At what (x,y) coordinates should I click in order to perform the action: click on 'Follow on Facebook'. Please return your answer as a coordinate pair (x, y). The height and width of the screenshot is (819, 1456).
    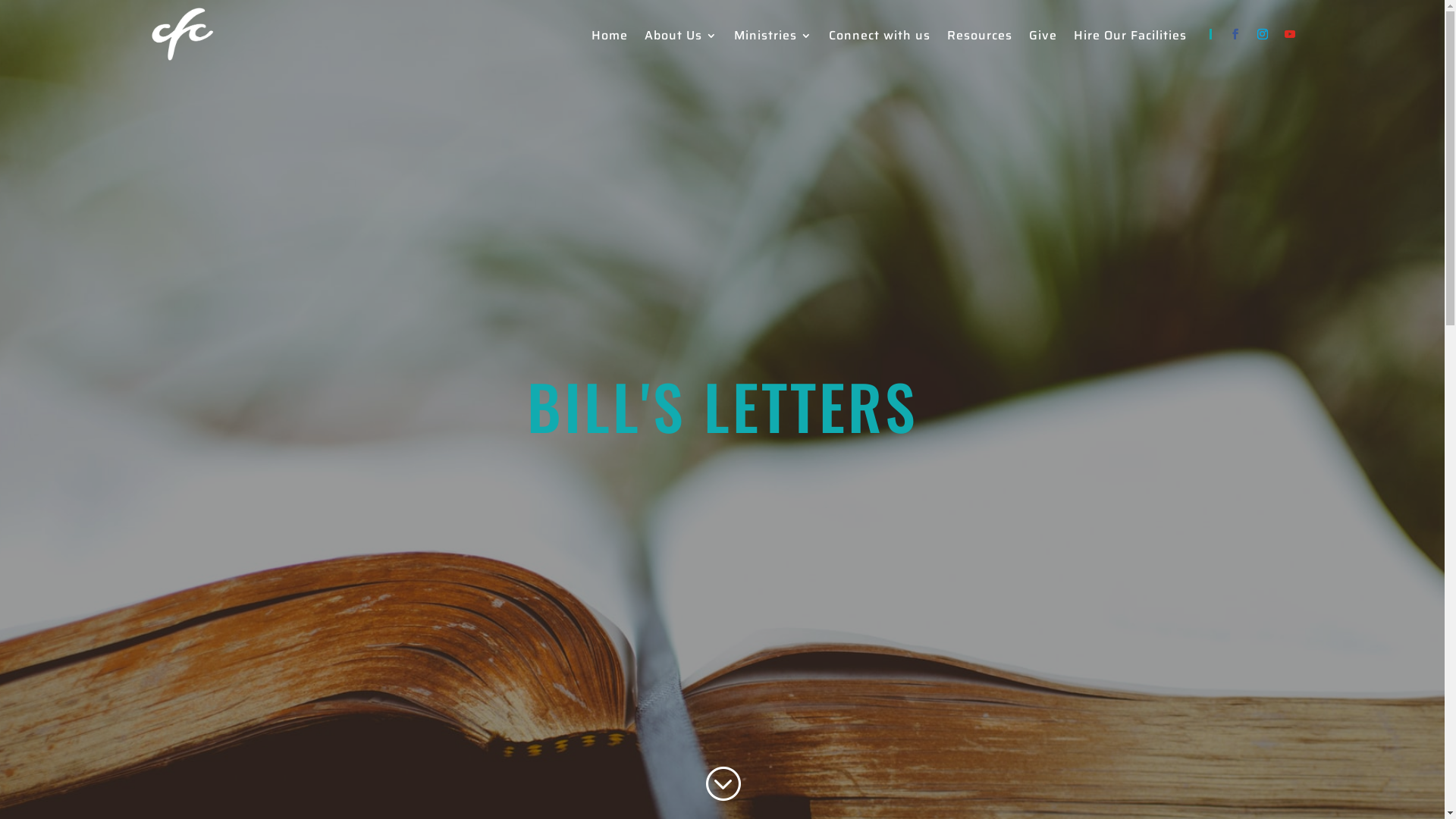
    Looking at the image, I should click on (1234, 34).